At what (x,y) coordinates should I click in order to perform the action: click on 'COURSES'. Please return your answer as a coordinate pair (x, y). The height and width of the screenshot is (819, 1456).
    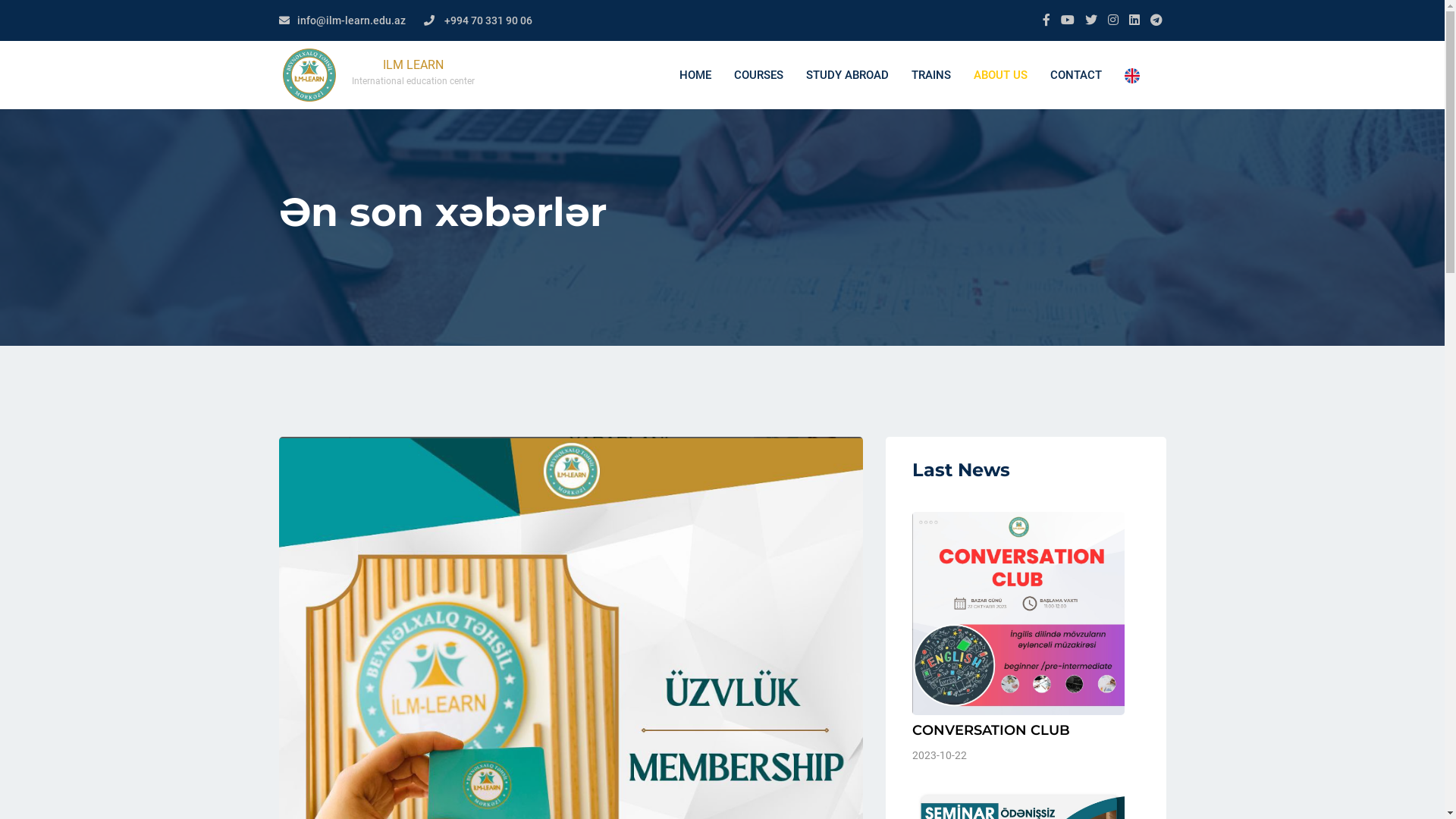
    Looking at the image, I should click on (720, 75).